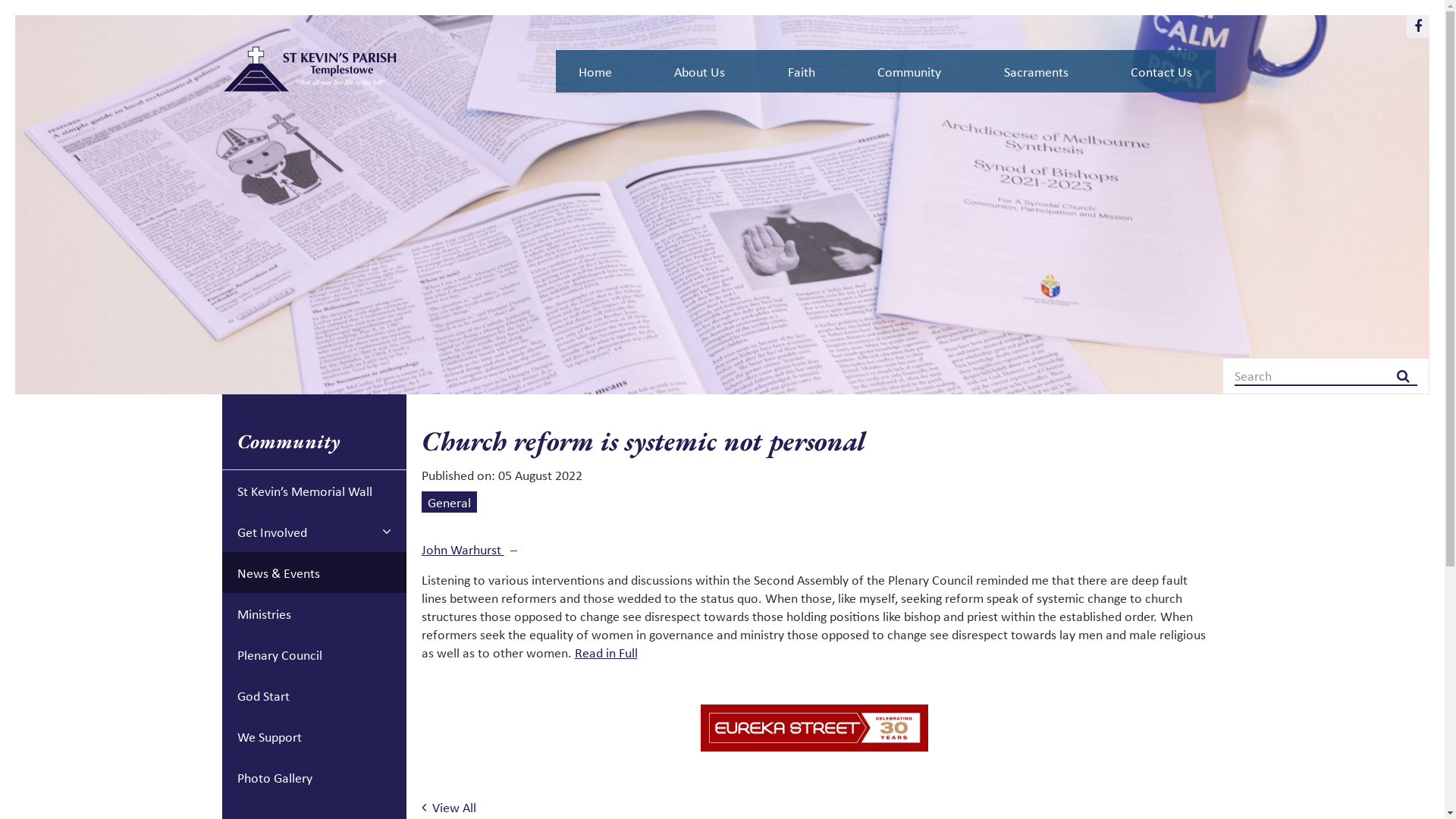 The width and height of the screenshot is (1456, 819). I want to click on 'General', so click(448, 502).